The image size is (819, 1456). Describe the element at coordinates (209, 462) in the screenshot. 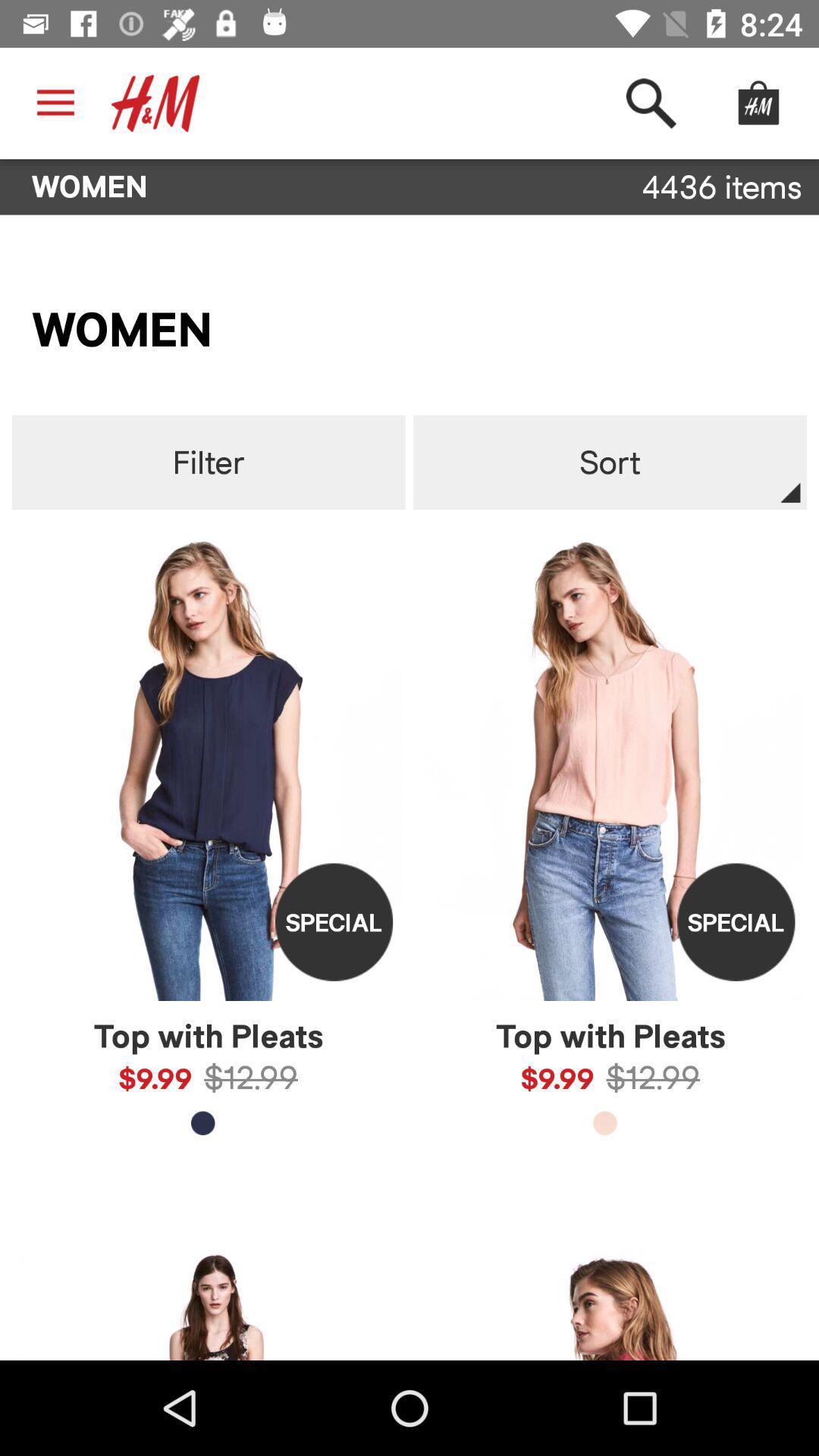

I see `the item next to sort icon` at that location.